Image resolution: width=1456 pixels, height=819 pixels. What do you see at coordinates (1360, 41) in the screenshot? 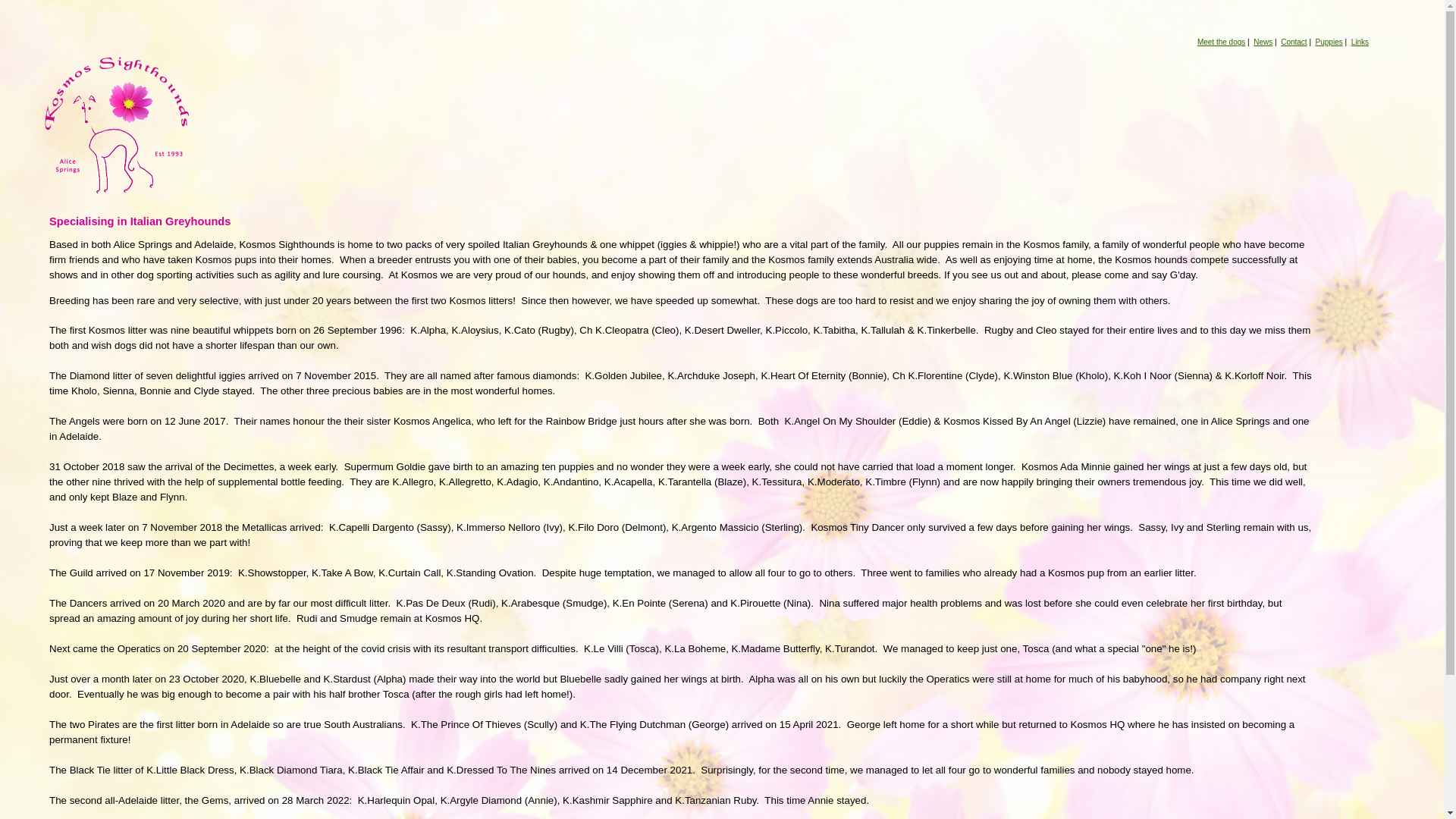
I see `'Links'` at bounding box center [1360, 41].